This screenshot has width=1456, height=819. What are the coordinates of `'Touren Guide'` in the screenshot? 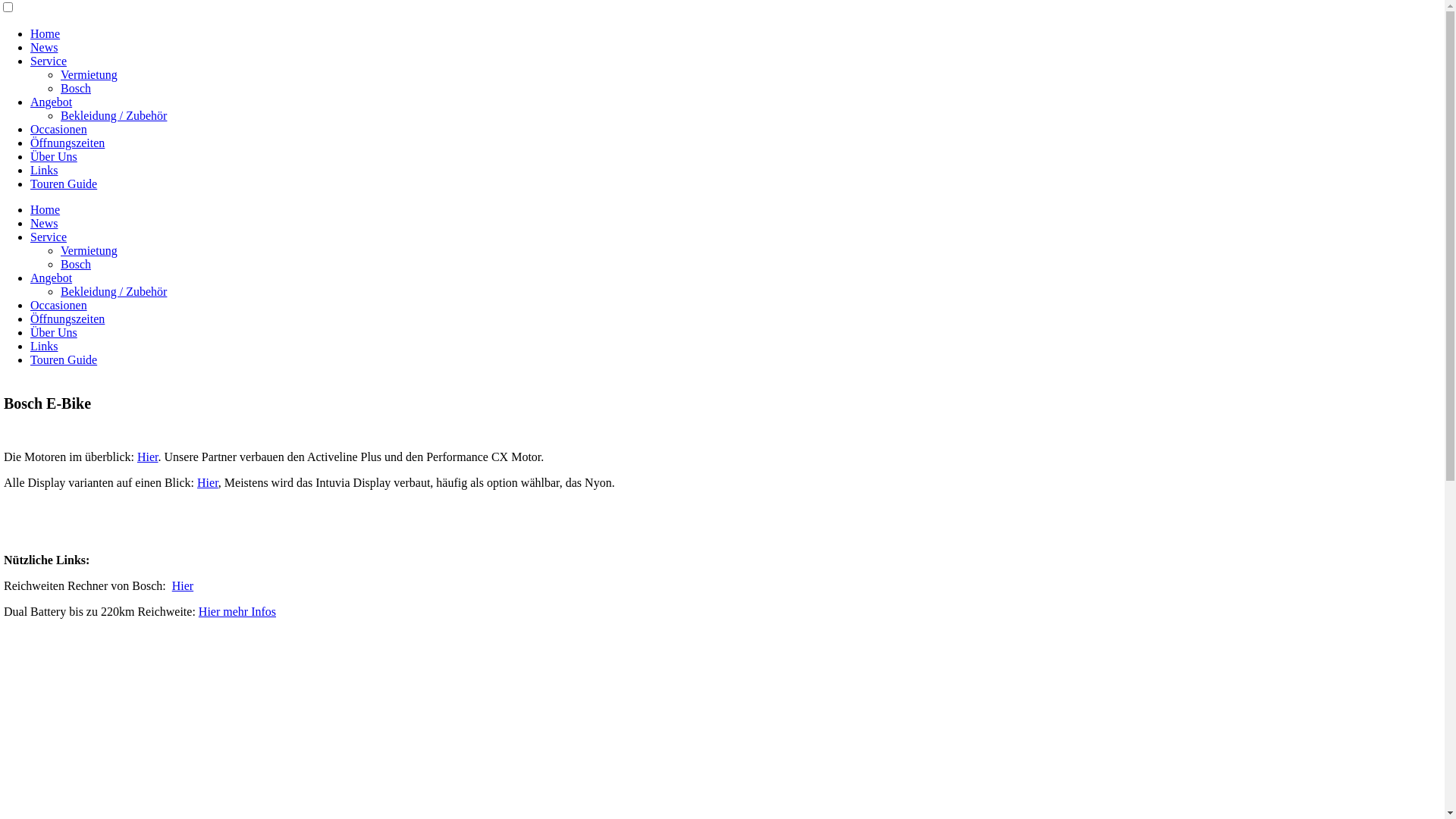 It's located at (62, 359).